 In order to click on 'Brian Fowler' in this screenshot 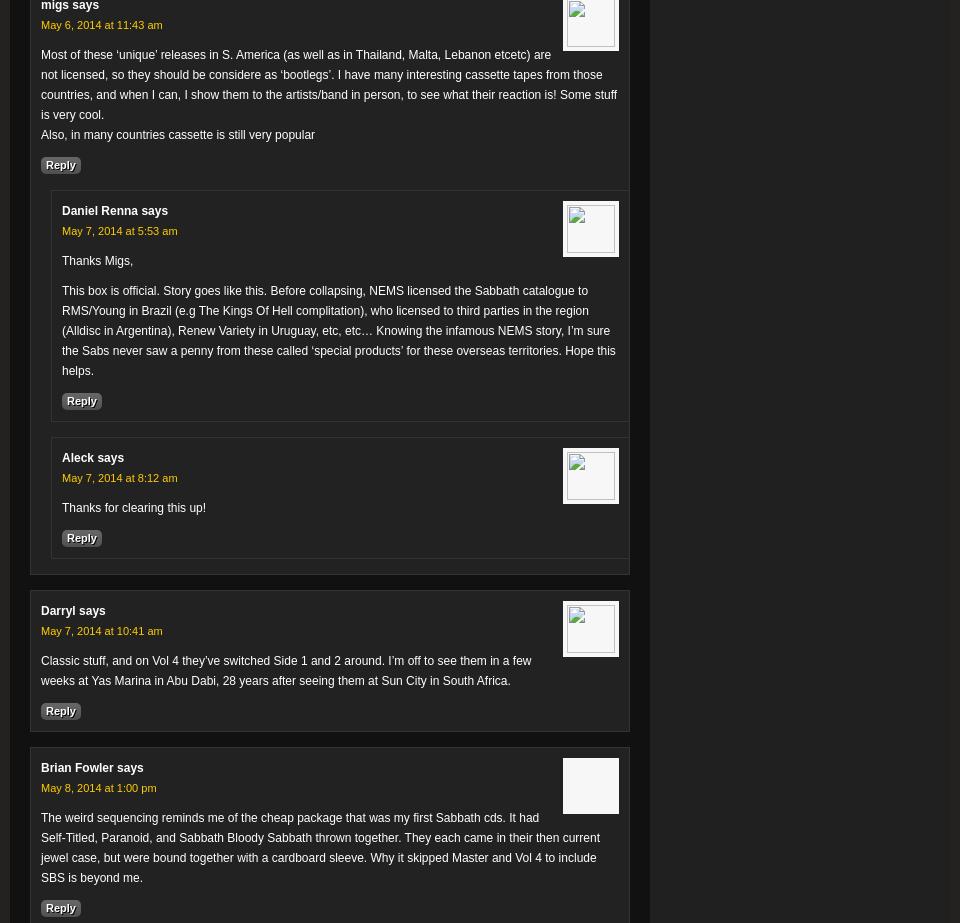, I will do `click(76, 767)`.